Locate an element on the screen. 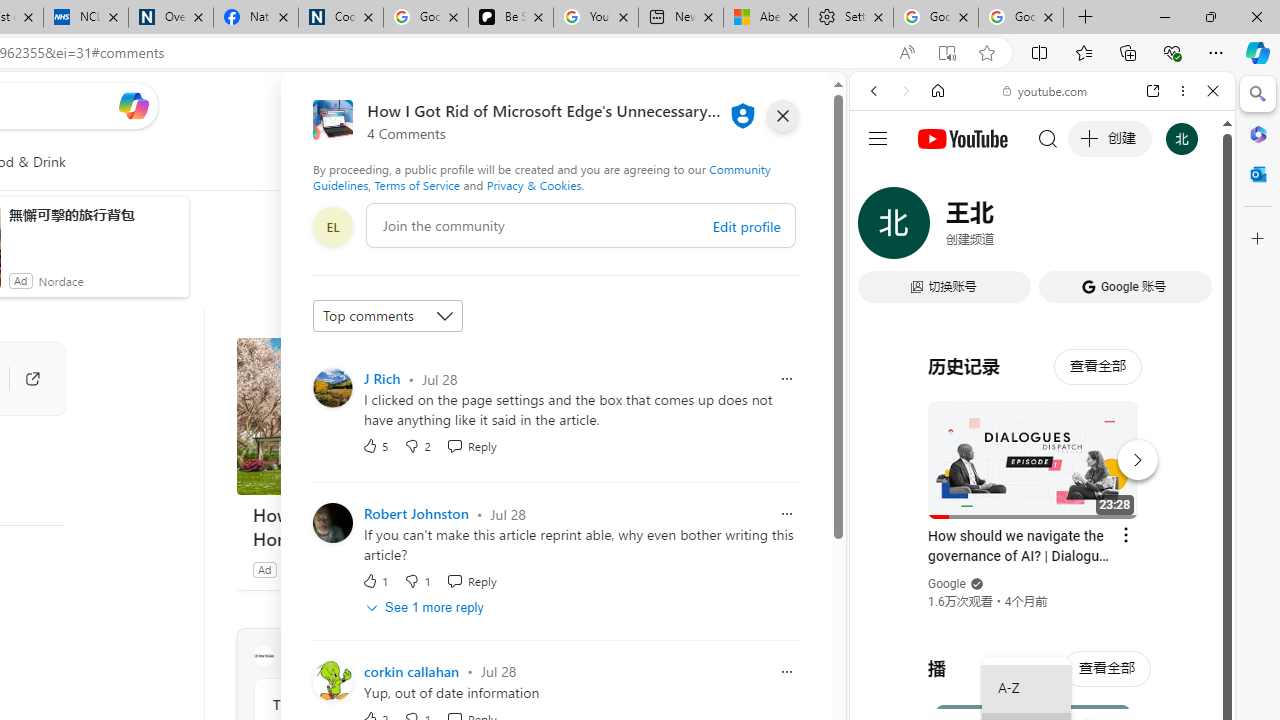 The image size is (1280, 720). 'VIDEOS' is located at coordinates (1006, 227).